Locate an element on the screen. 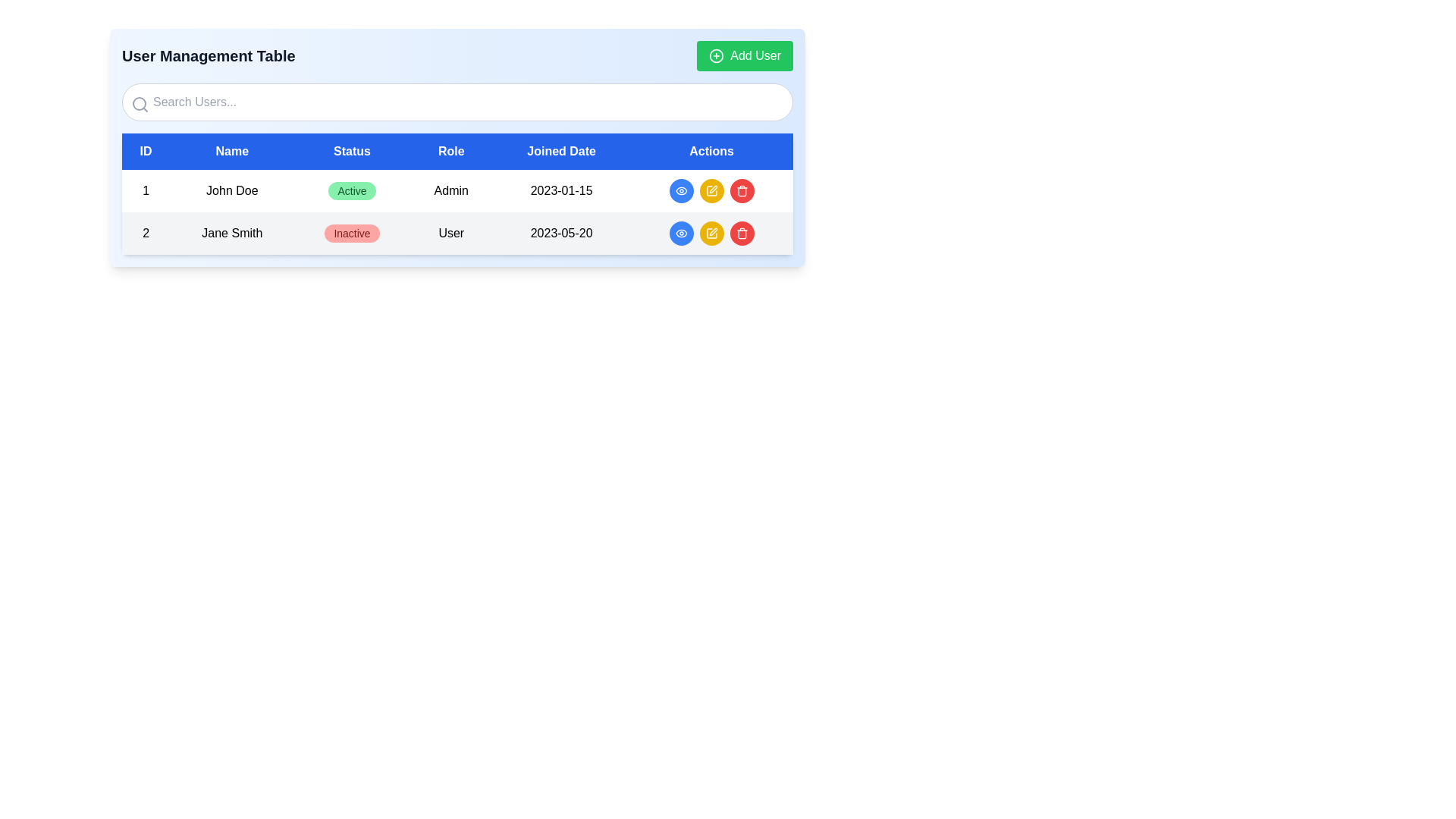 The height and width of the screenshot is (819, 1456). the yellow circular button with a white pen icon is located at coordinates (711, 190).